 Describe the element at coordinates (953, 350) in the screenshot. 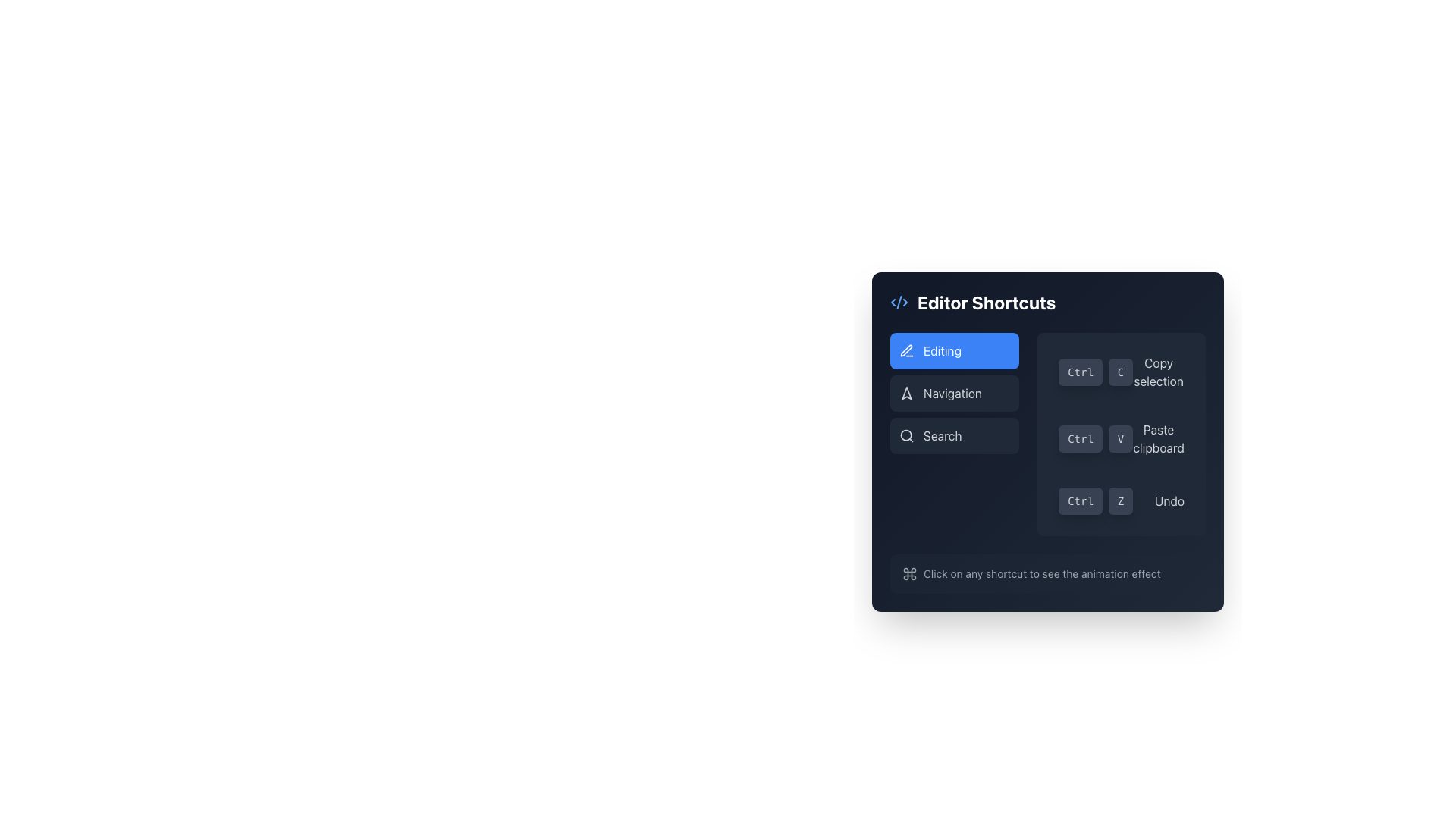

I see `the topmost button labeled 'Editing' with a light blue background and white text` at that location.